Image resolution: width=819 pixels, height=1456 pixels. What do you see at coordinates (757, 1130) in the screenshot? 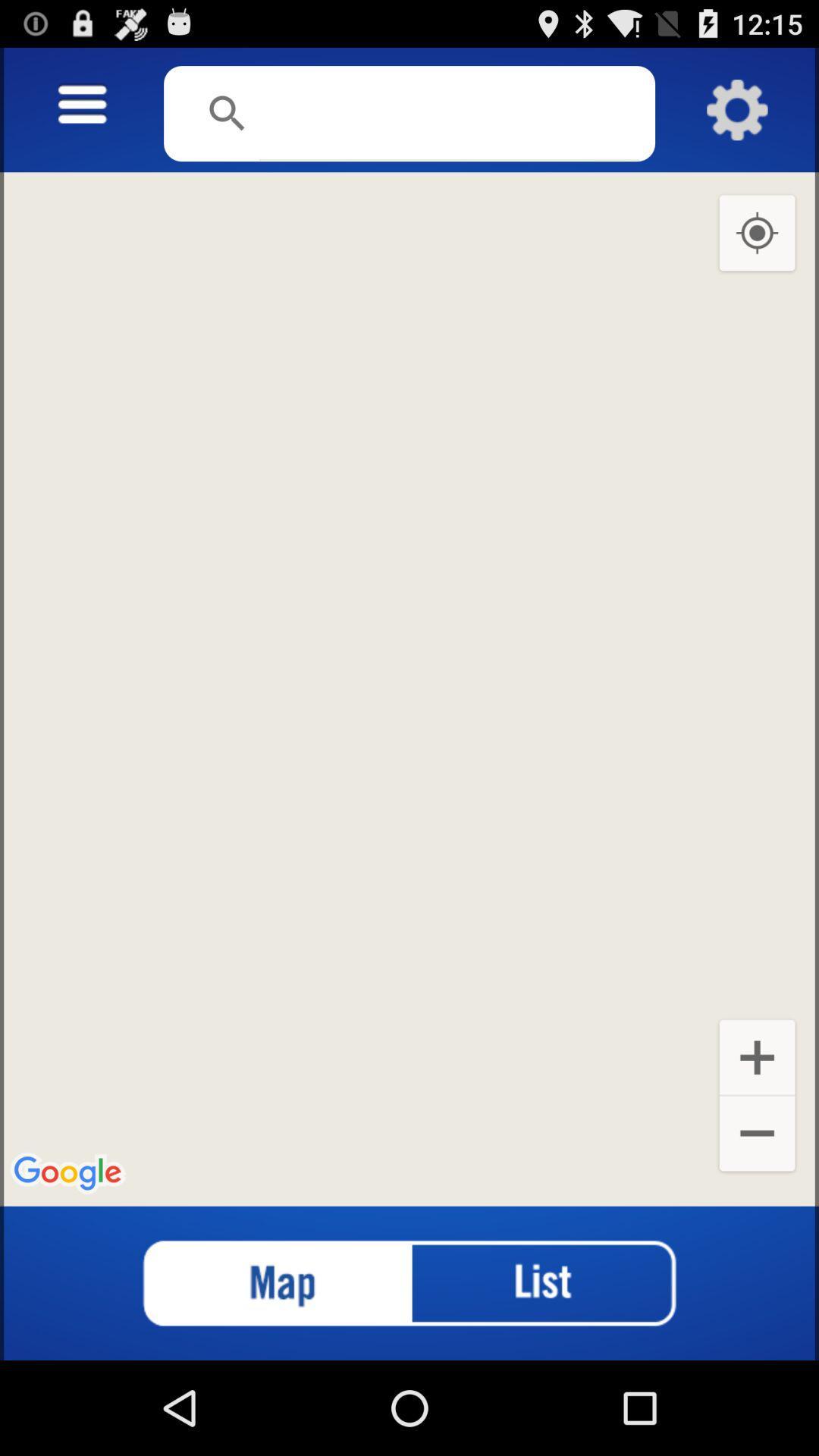
I see `the add icon` at bounding box center [757, 1130].